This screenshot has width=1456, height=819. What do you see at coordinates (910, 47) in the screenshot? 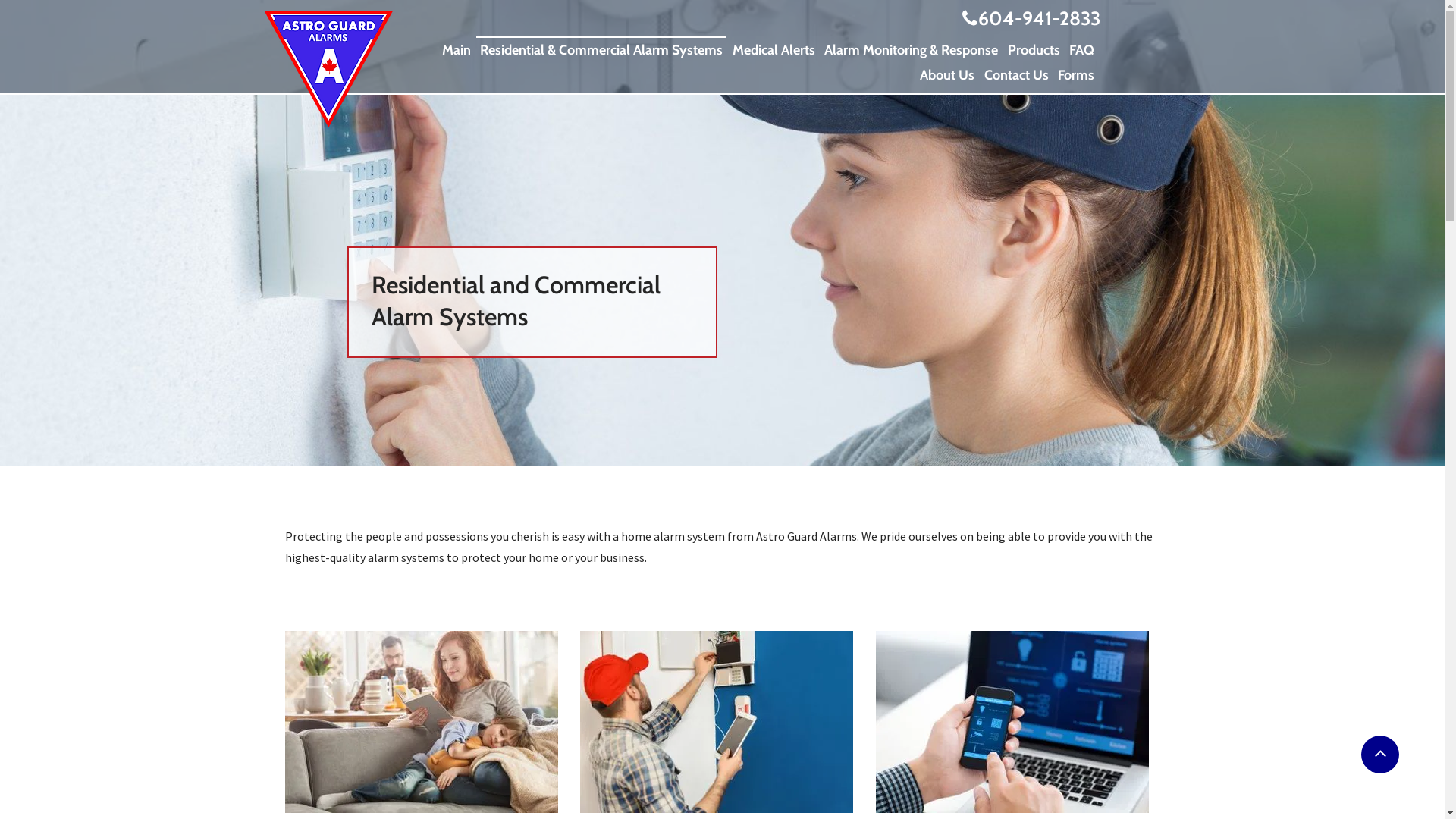
I see `'Alarm Monitoring & Response'` at bounding box center [910, 47].